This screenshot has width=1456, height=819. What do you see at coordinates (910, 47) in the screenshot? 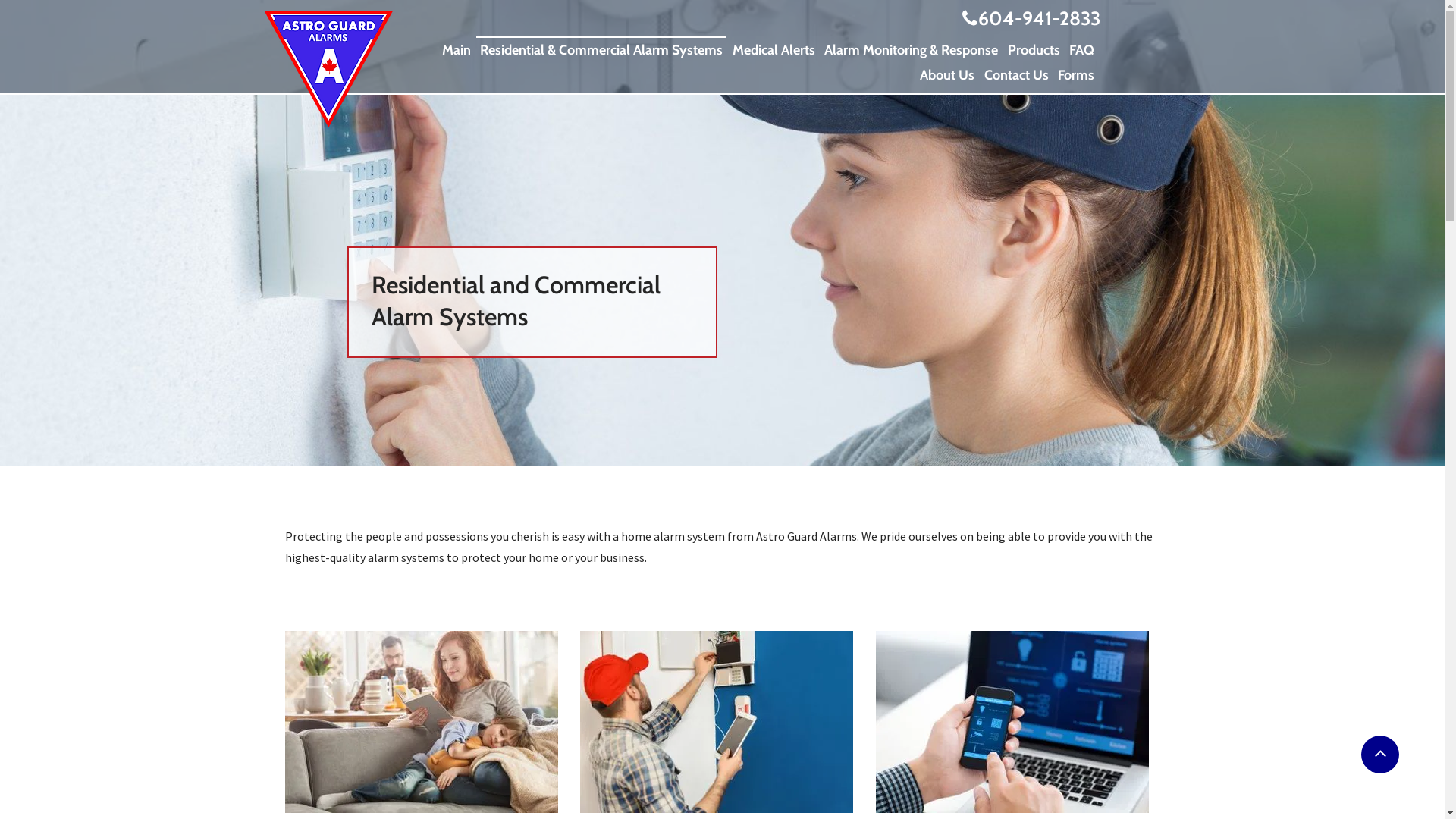
I see `'Alarm Monitoring & Response'` at bounding box center [910, 47].